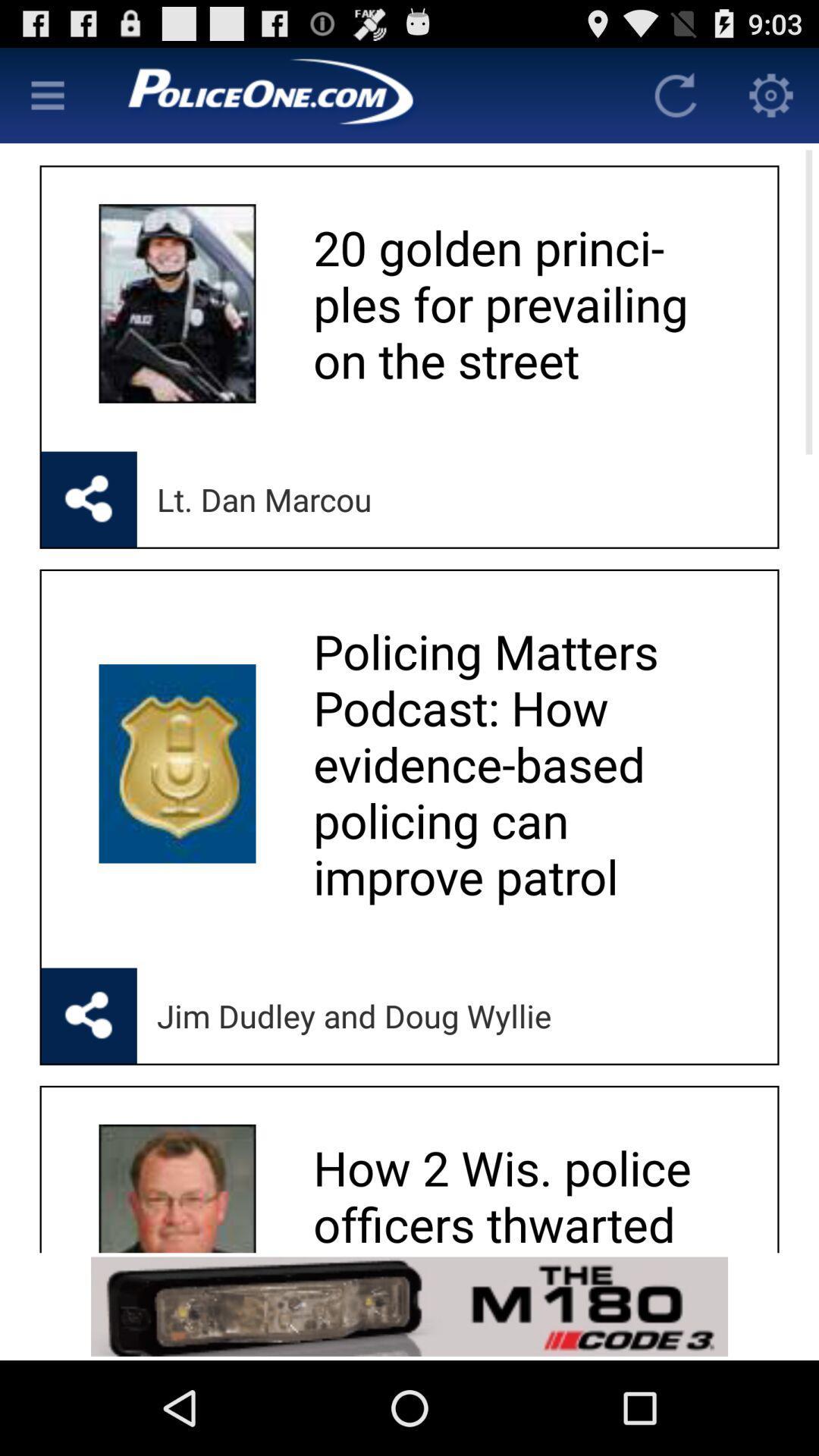 Image resolution: width=819 pixels, height=1456 pixels. I want to click on app brand, so click(362, 94).